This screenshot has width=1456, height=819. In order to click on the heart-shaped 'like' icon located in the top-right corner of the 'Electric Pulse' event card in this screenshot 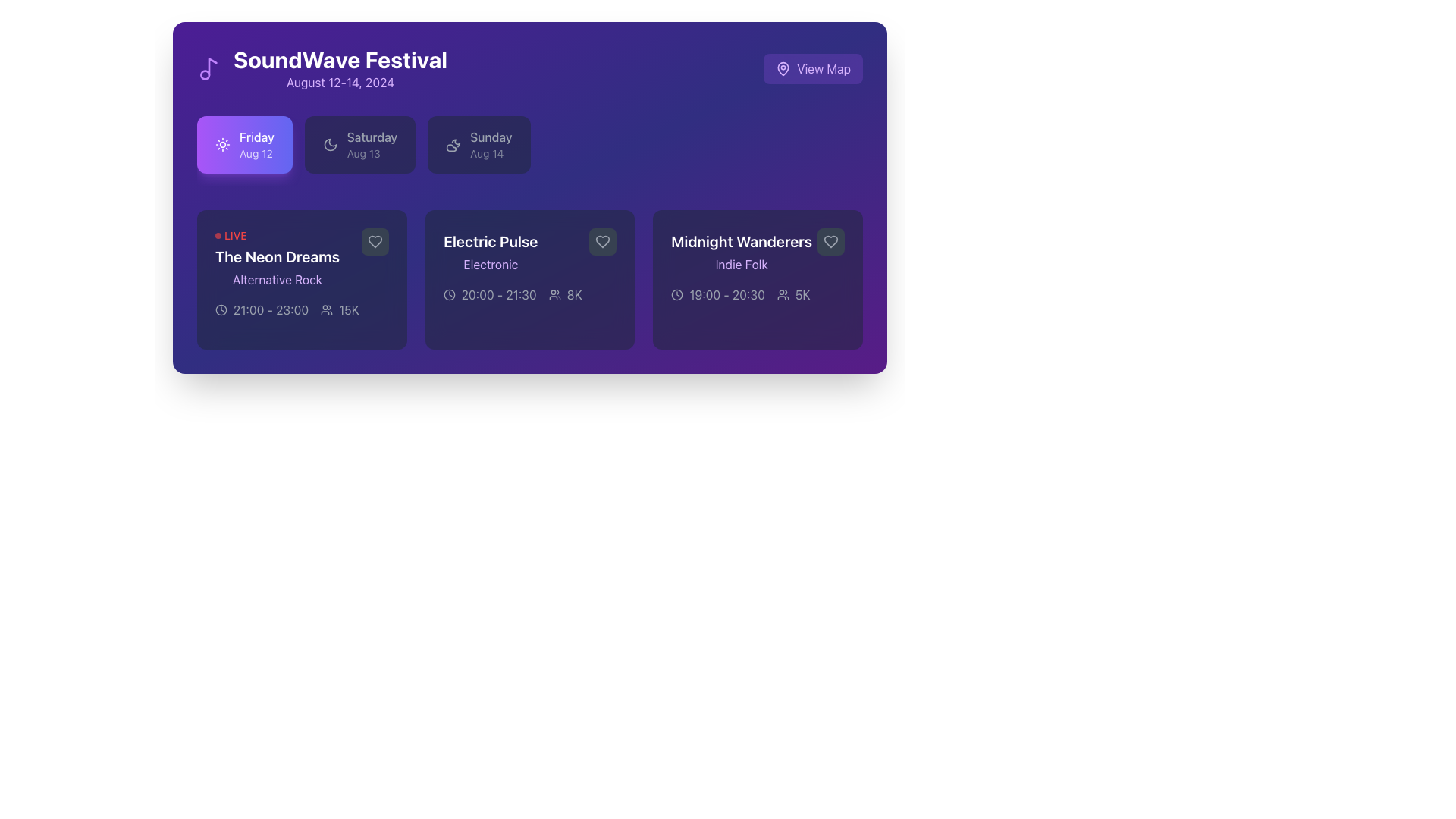, I will do `click(602, 241)`.